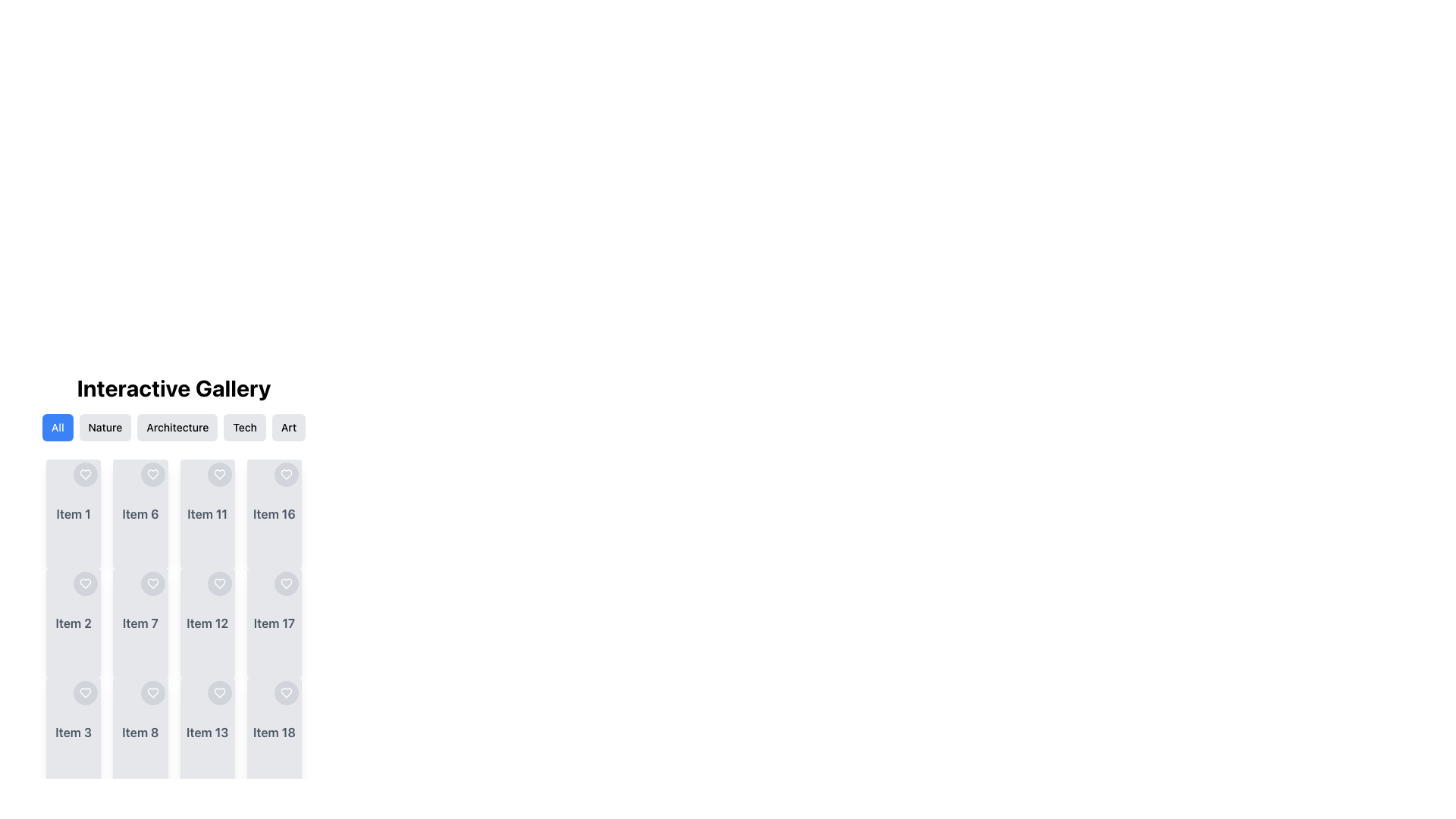  I want to click on text of the heading labeled 'Interactive Gallery' which is a large, bold heading positioned at the top center of the content area, so click(174, 388).